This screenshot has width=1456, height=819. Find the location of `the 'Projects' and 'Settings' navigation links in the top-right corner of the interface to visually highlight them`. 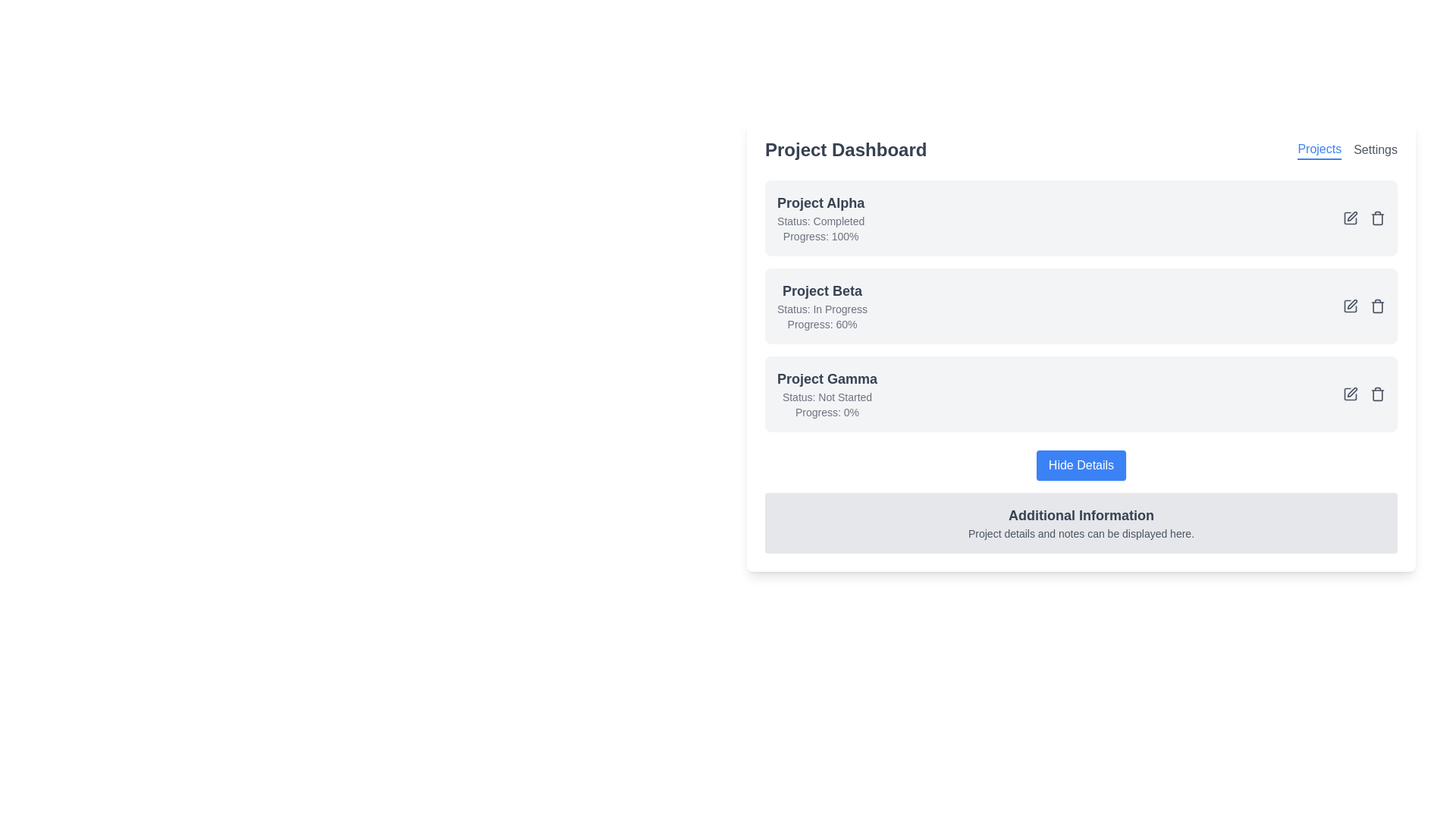

the 'Projects' and 'Settings' navigation links in the top-right corner of the interface to visually highlight them is located at coordinates (1348, 149).